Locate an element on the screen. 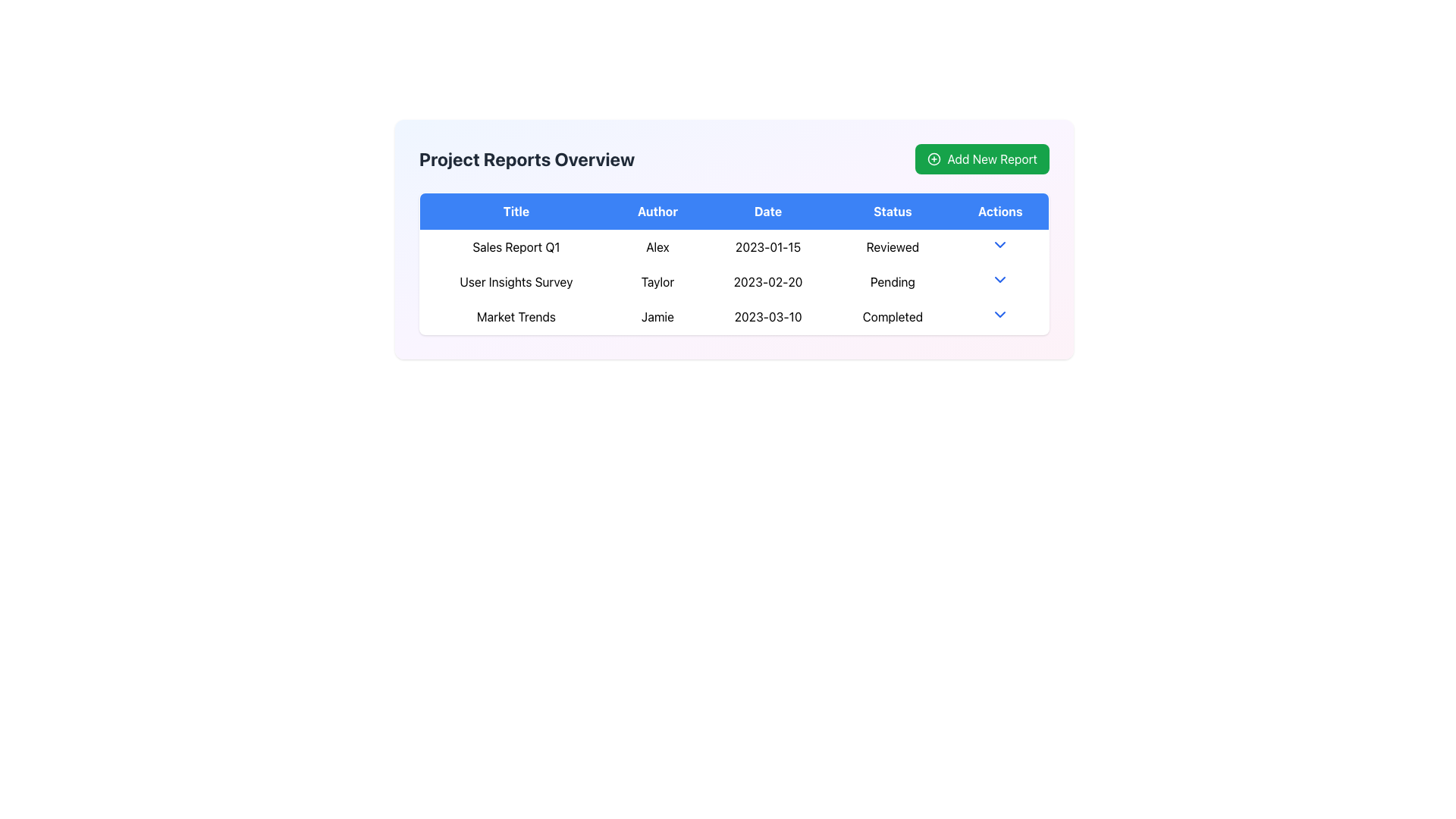 The image size is (1456, 819). the 'Actions' table header, which is the fifth column in the header row of the table, displaying white text on a blue background is located at coordinates (1000, 211).